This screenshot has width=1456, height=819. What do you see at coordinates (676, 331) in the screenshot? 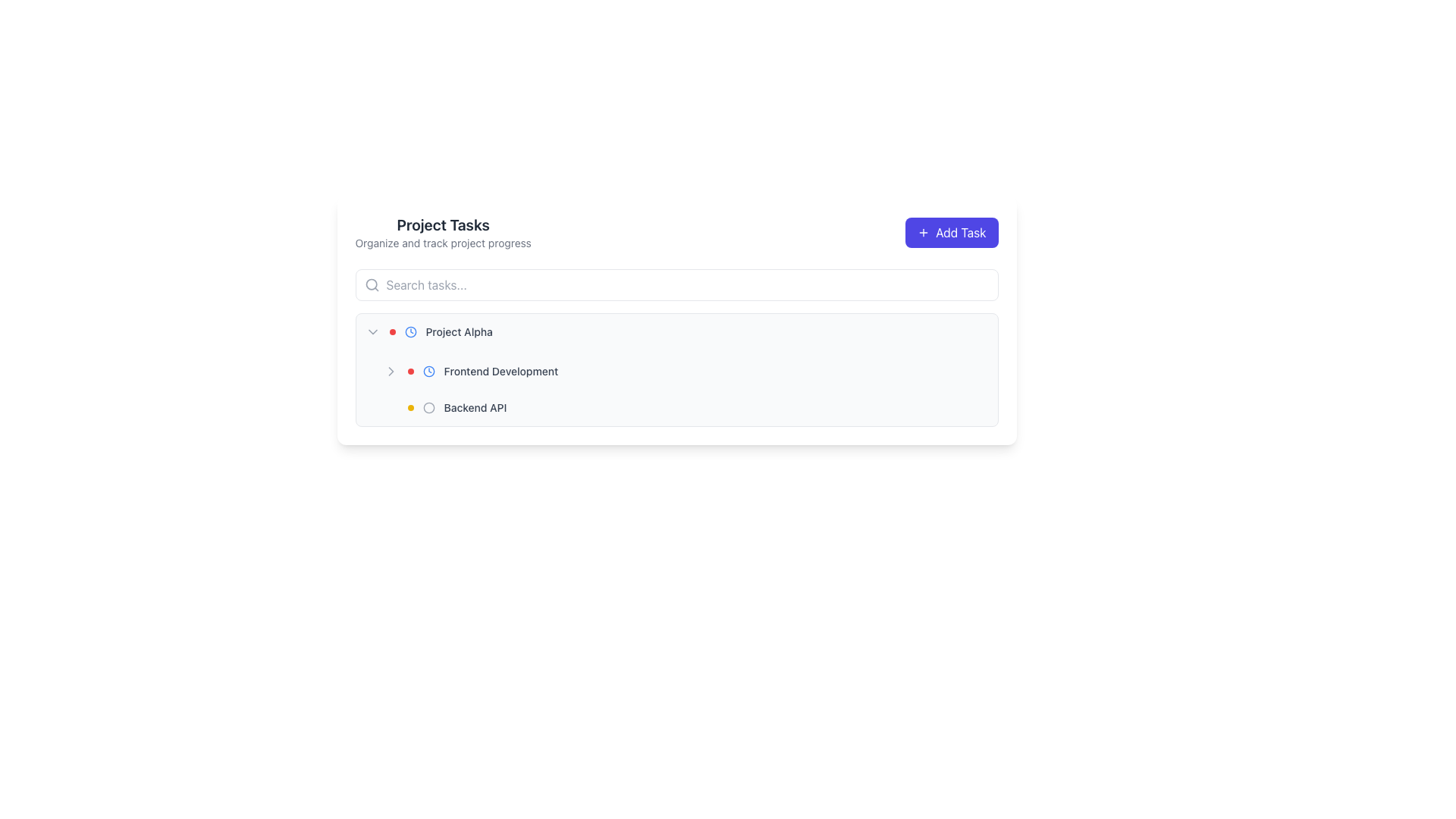
I see `the task entry titled 'Project Alpha'` at bounding box center [676, 331].